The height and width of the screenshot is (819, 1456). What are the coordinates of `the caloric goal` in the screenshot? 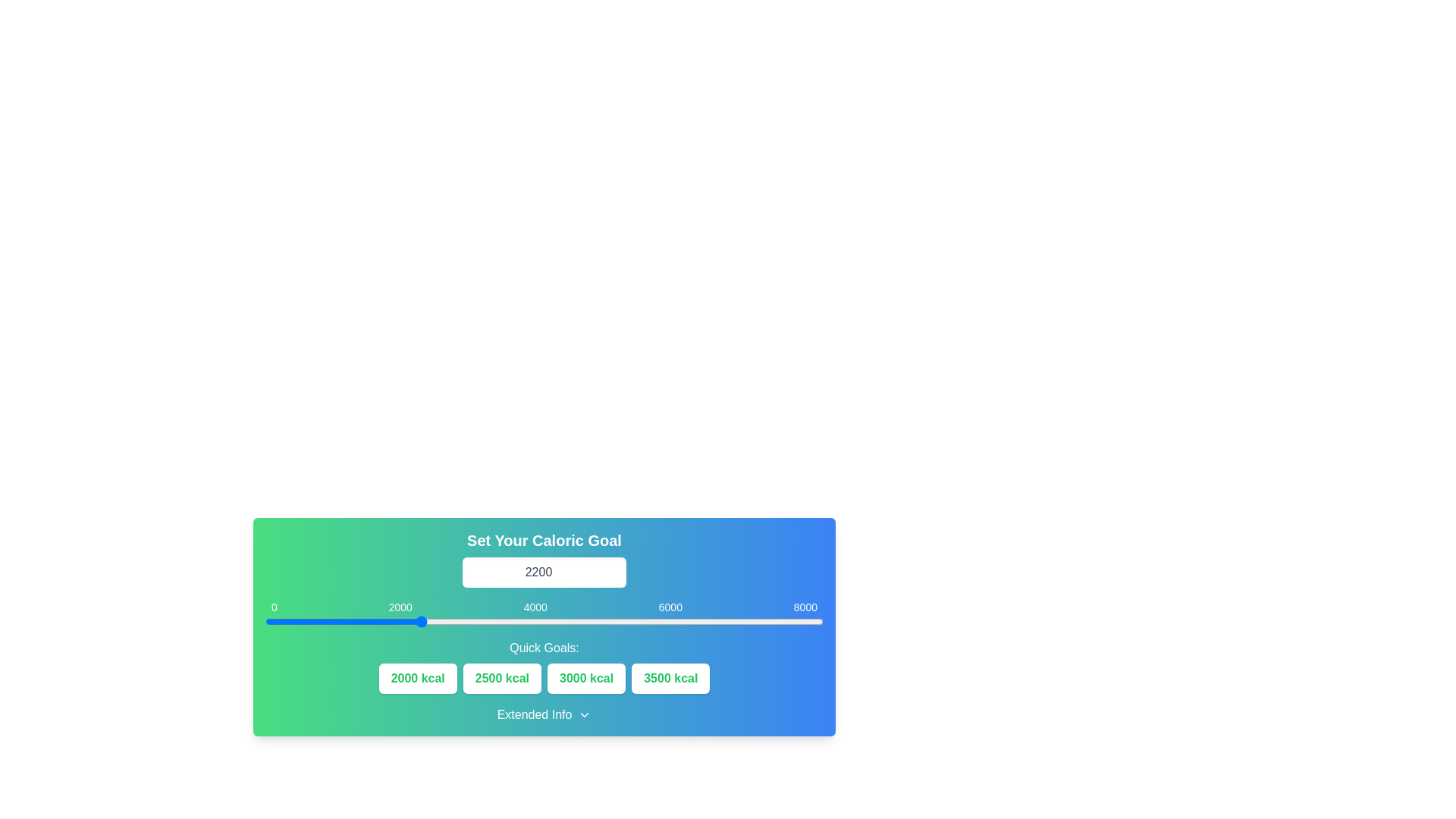 It's located at (809, 622).